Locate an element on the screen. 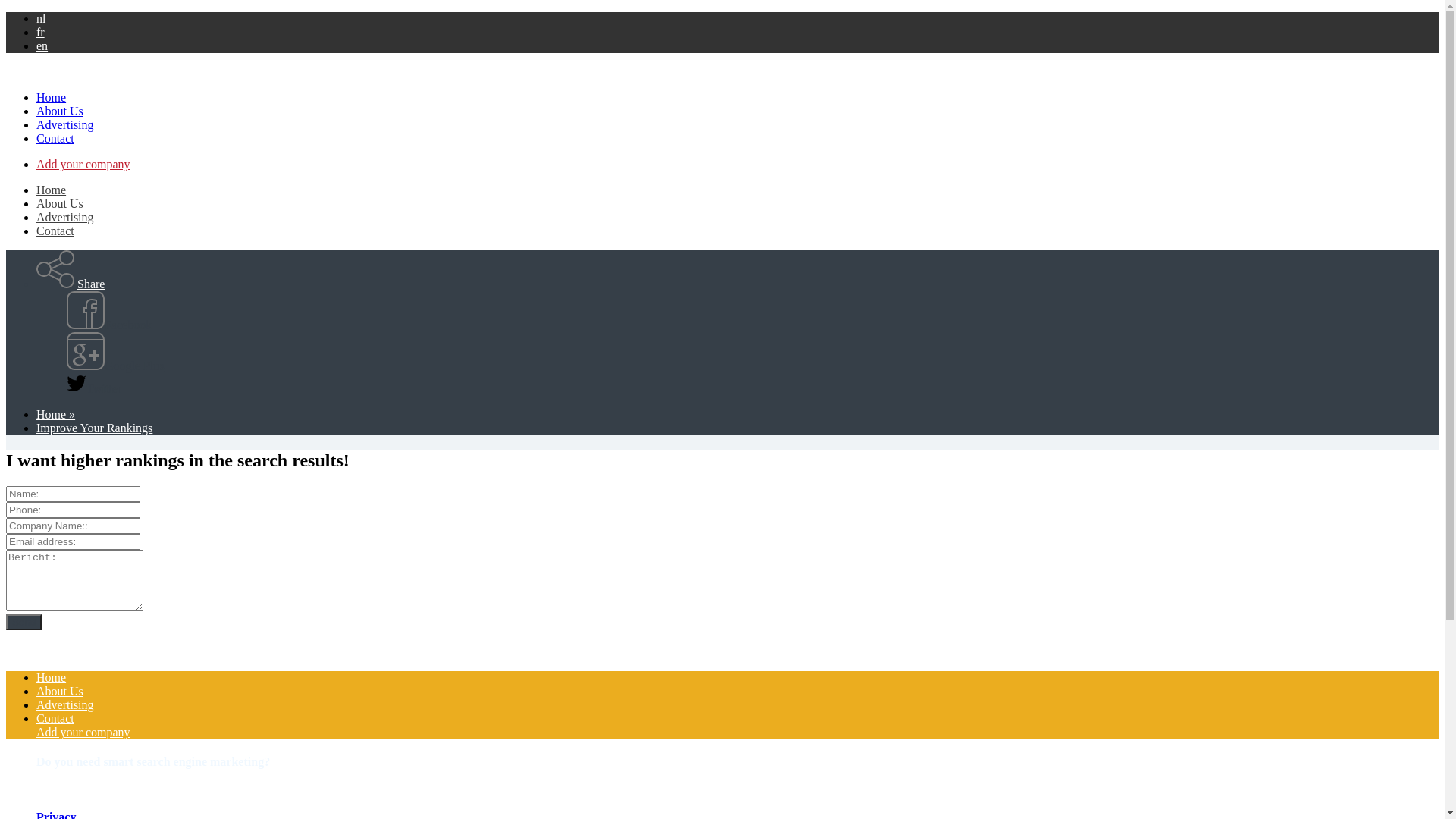  'Improve Your Rankings' is located at coordinates (36, 428).